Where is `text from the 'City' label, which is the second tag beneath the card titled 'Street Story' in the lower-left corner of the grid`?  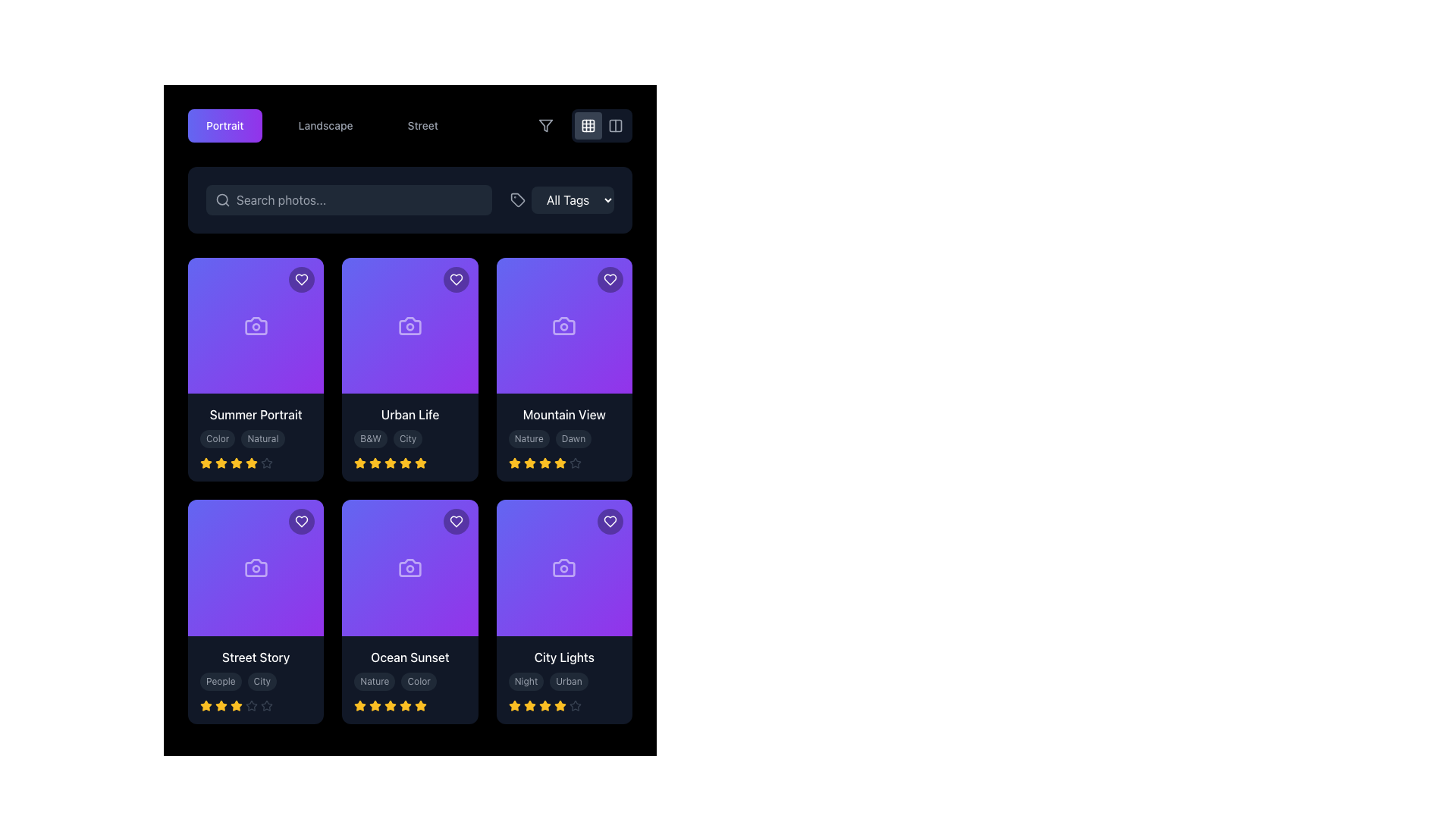
text from the 'City' label, which is the second tag beneath the card titled 'Street Story' in the lower-left corner of the grid is located at coordinates (262, 680).